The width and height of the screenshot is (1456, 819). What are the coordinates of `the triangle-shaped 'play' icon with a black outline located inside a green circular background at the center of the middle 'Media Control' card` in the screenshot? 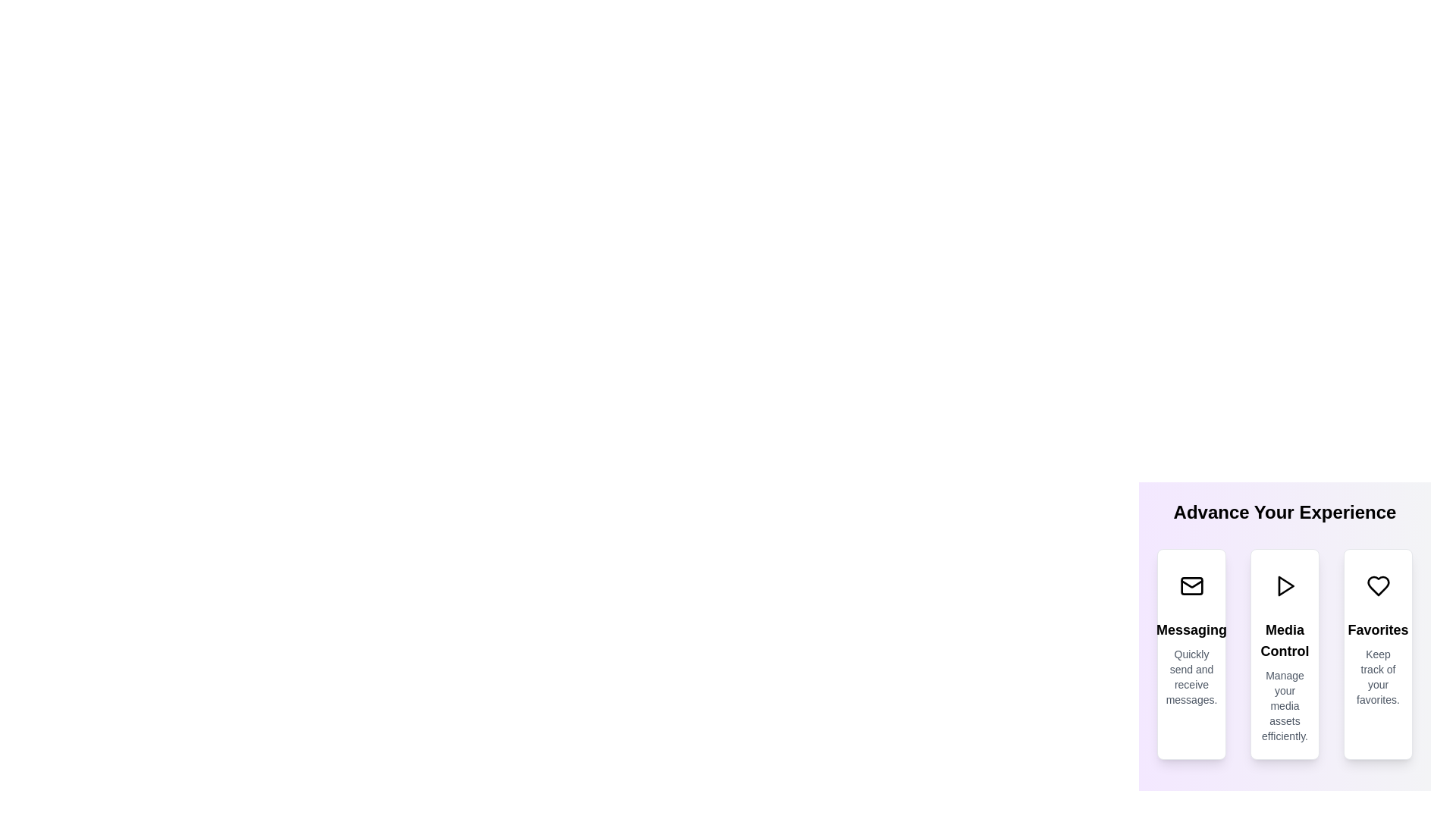 It's located at (1284, 585).